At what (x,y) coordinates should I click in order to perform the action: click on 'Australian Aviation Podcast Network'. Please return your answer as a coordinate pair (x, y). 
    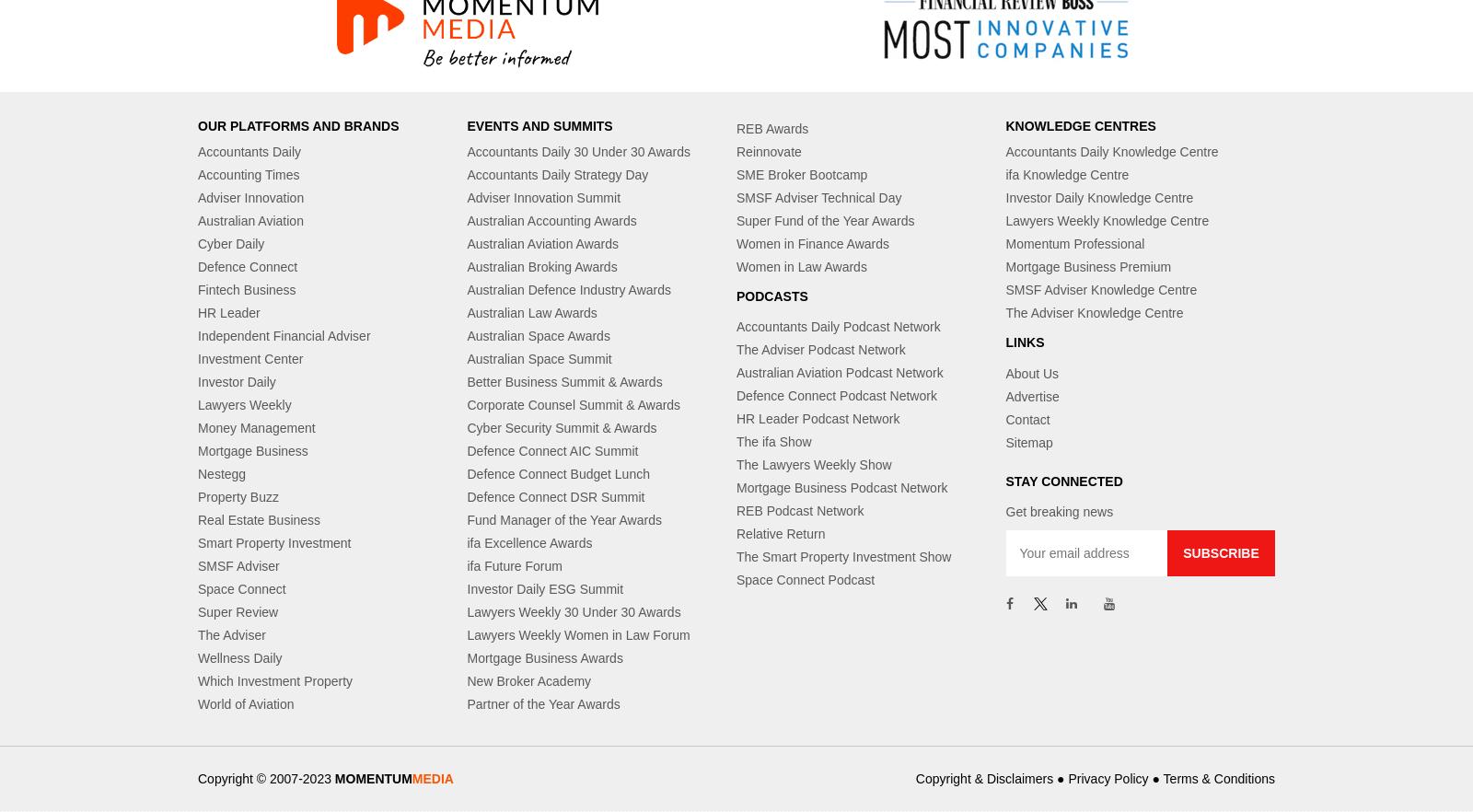
    Looking at the image, I should click on (838, 373).